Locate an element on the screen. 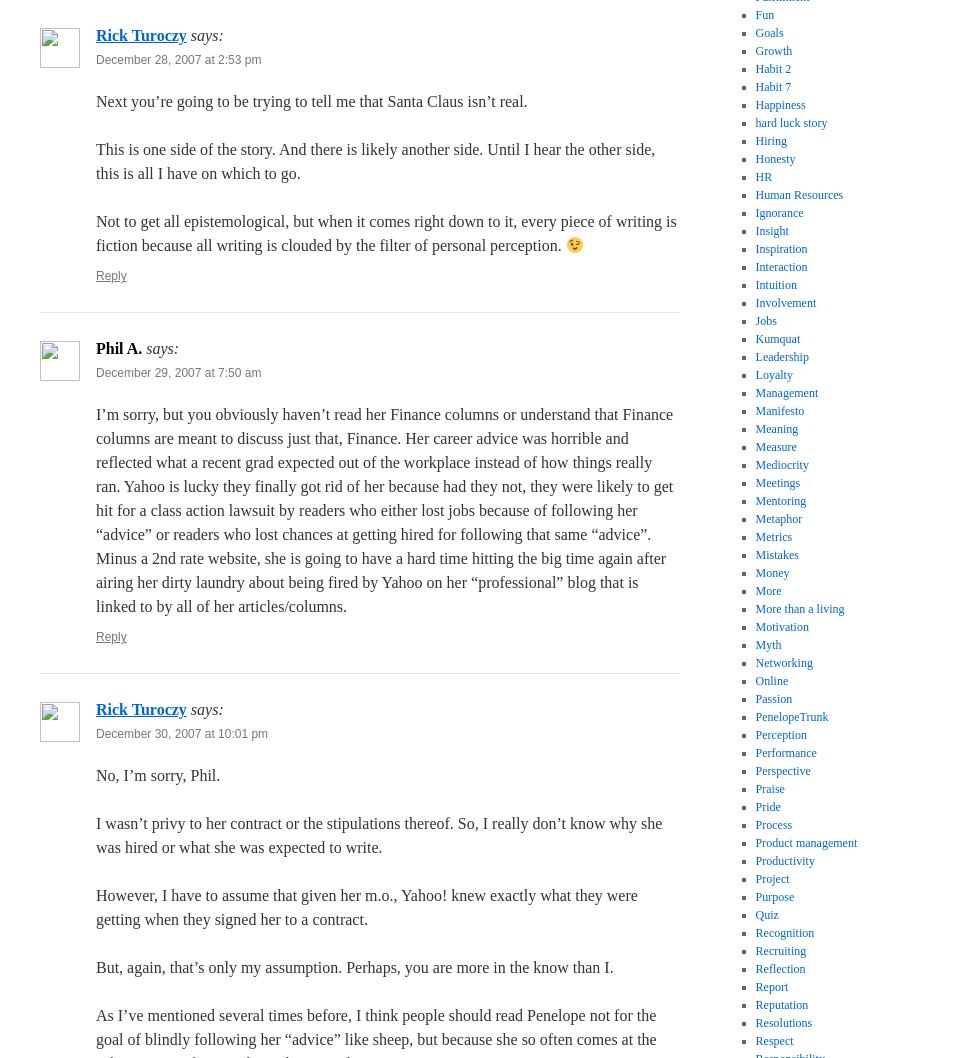 This screenshot has width=980, height=1058. 'Next you’re going to be trying to tell me that Santa Claus isn’t real.' is located at coordinates (311, 100).